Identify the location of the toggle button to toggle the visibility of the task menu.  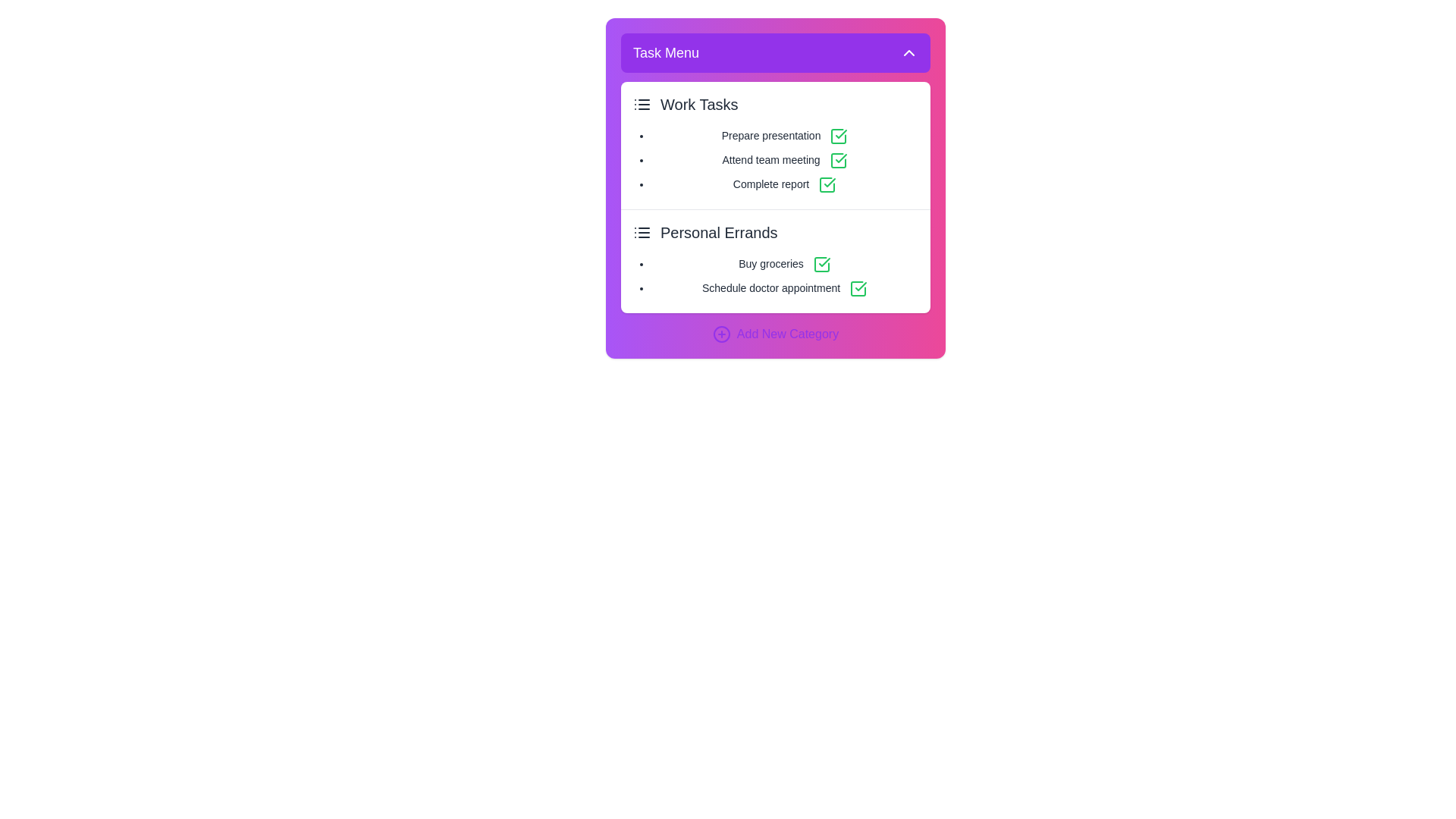
(775, 52).